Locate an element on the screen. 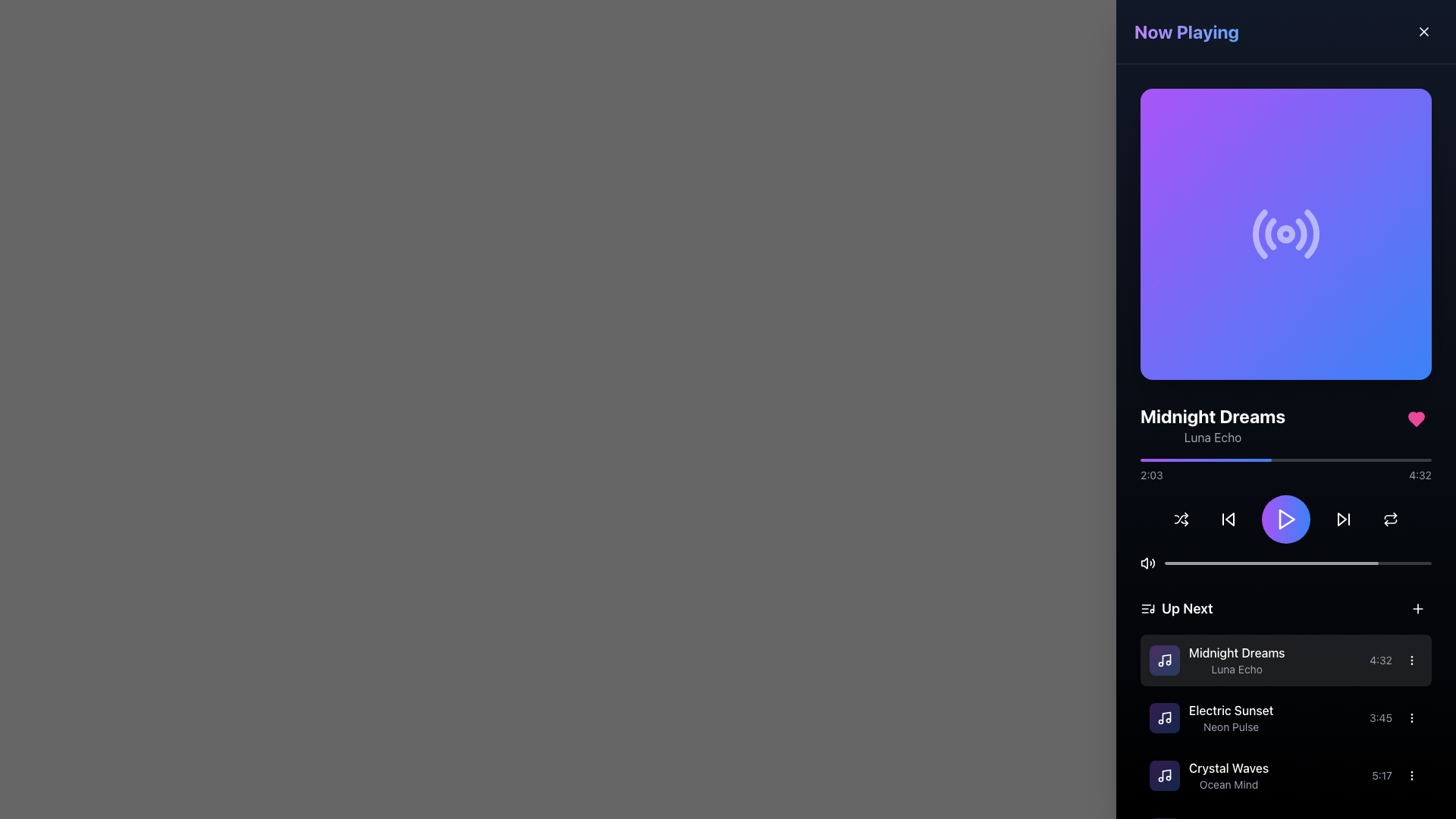 The width and height of the screenshot is (1456, 819). the playback position is located at coordinates (1222, 459).